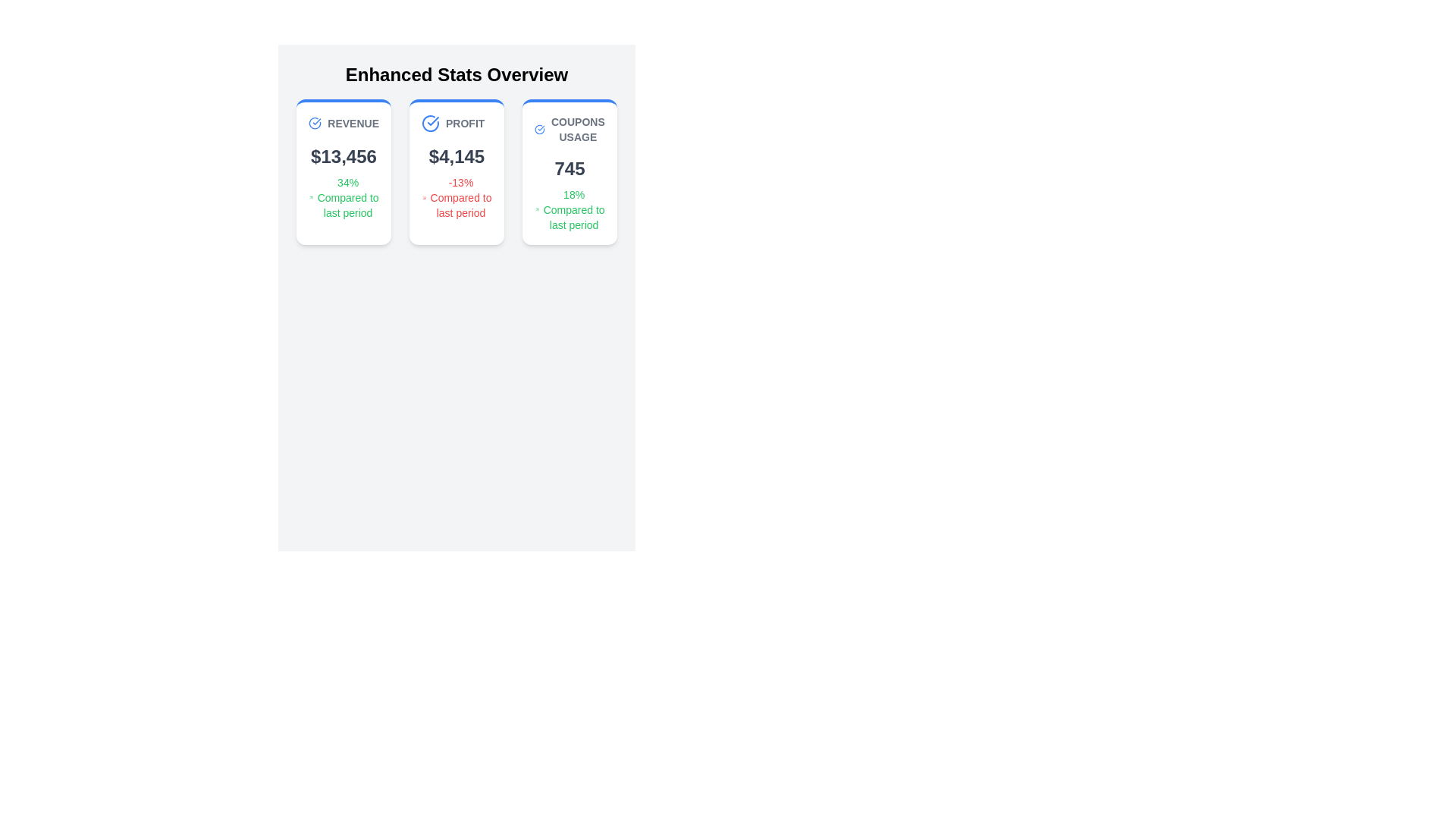 Image resolution: width=1456 pixels, height=819 pixels. Describe the element at coordinates (343, 171) in the screenshot. I see `revenue statistics displayed on the Information card, which is the first card on the left in the grid layout` at that location.